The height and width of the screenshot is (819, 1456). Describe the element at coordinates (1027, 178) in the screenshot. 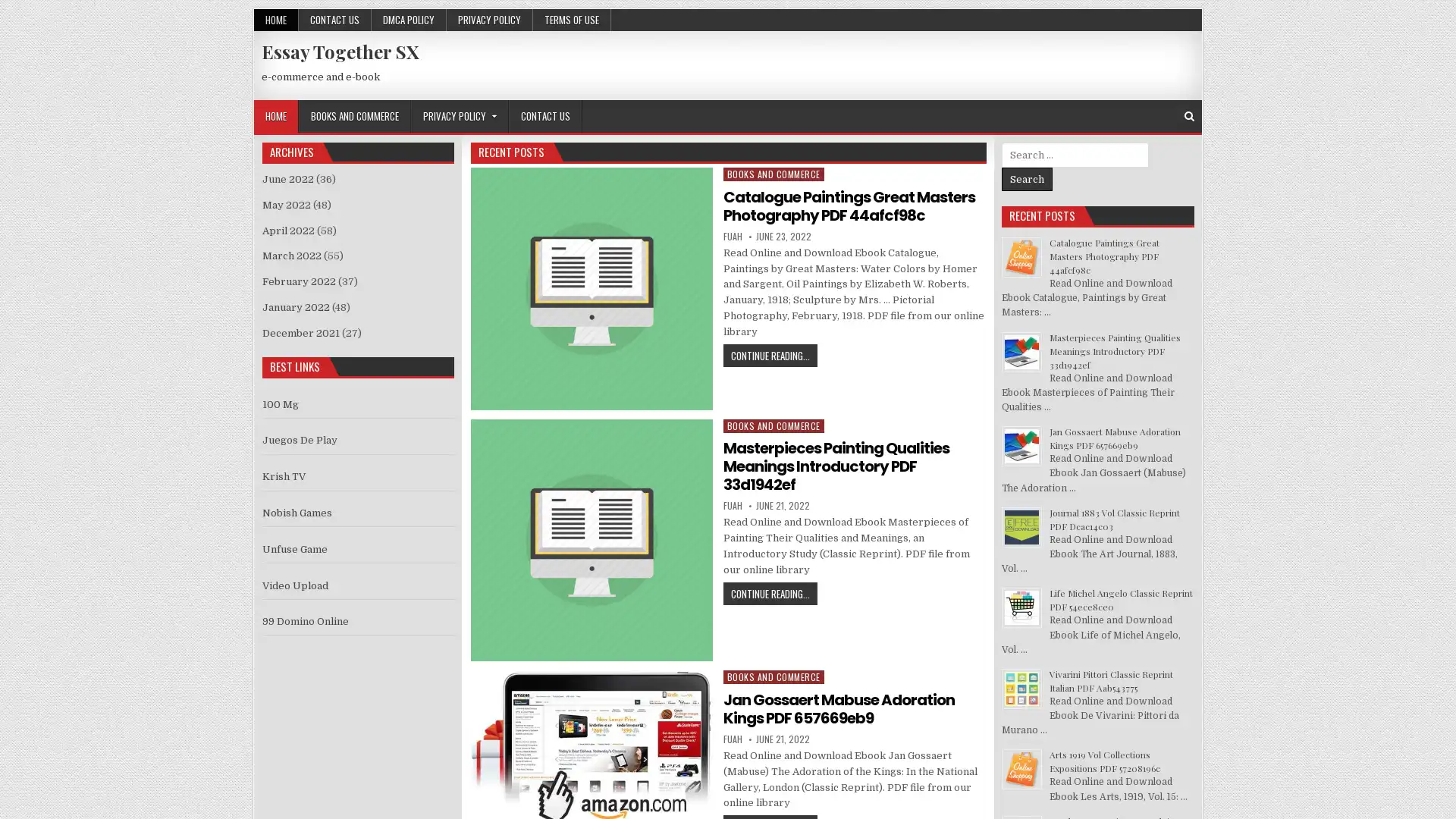

I see `Search` at that location.